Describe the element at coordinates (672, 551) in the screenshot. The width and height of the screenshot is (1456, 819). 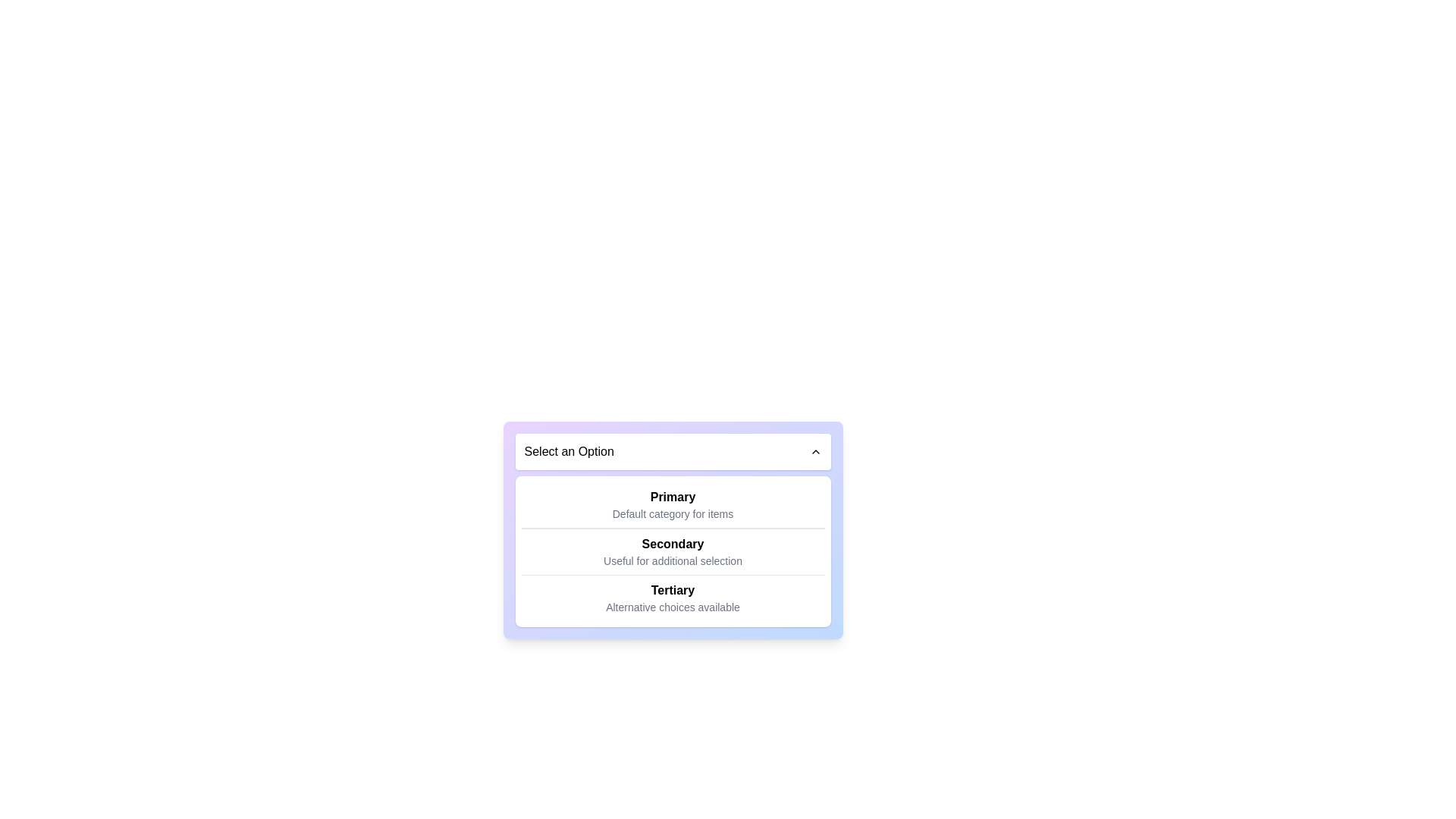
I see `the second option in the dropdown menu, titled 'Secondary'` at that location.